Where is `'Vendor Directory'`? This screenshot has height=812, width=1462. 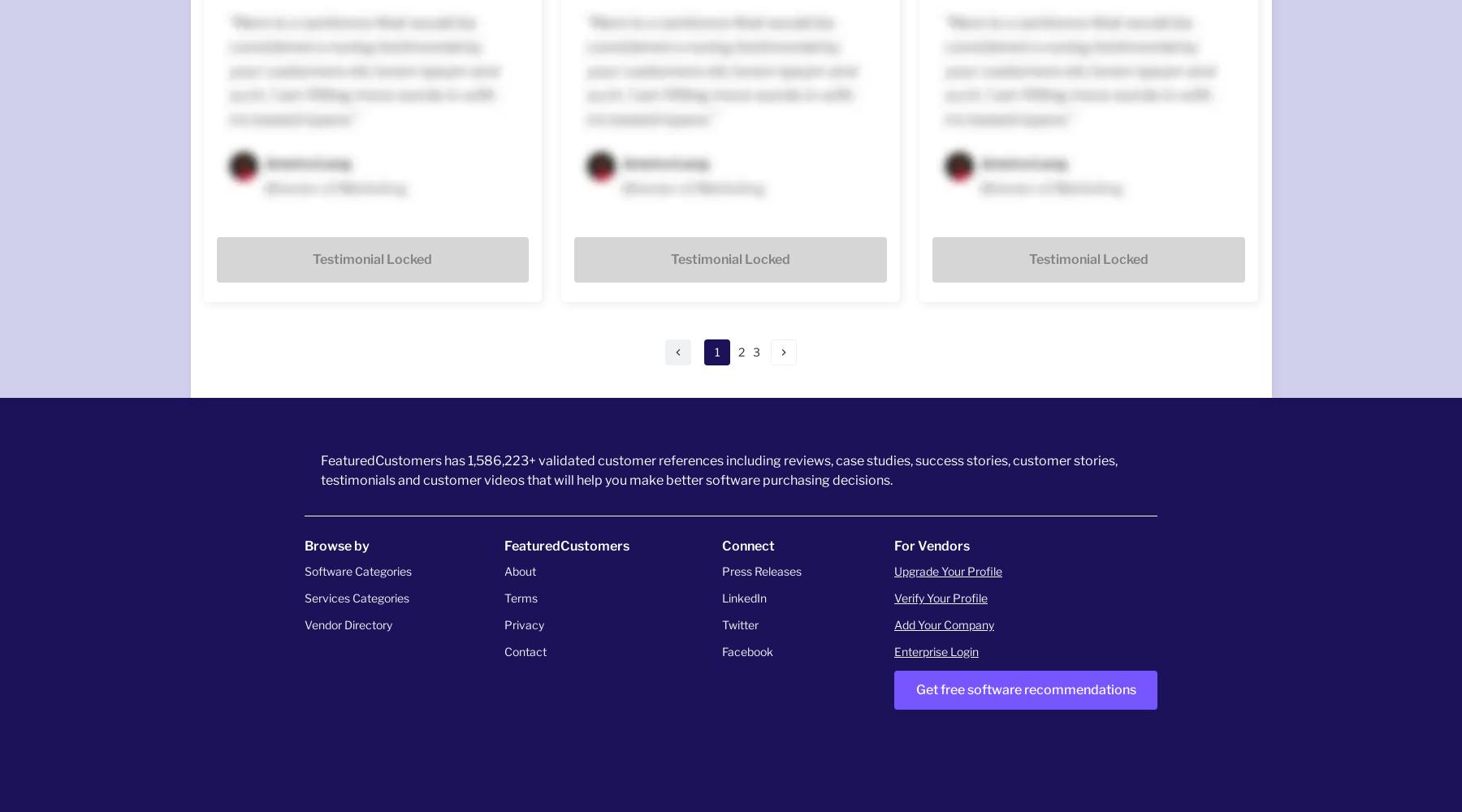 'Vendor Directory' is located at coordinates (348, 624).